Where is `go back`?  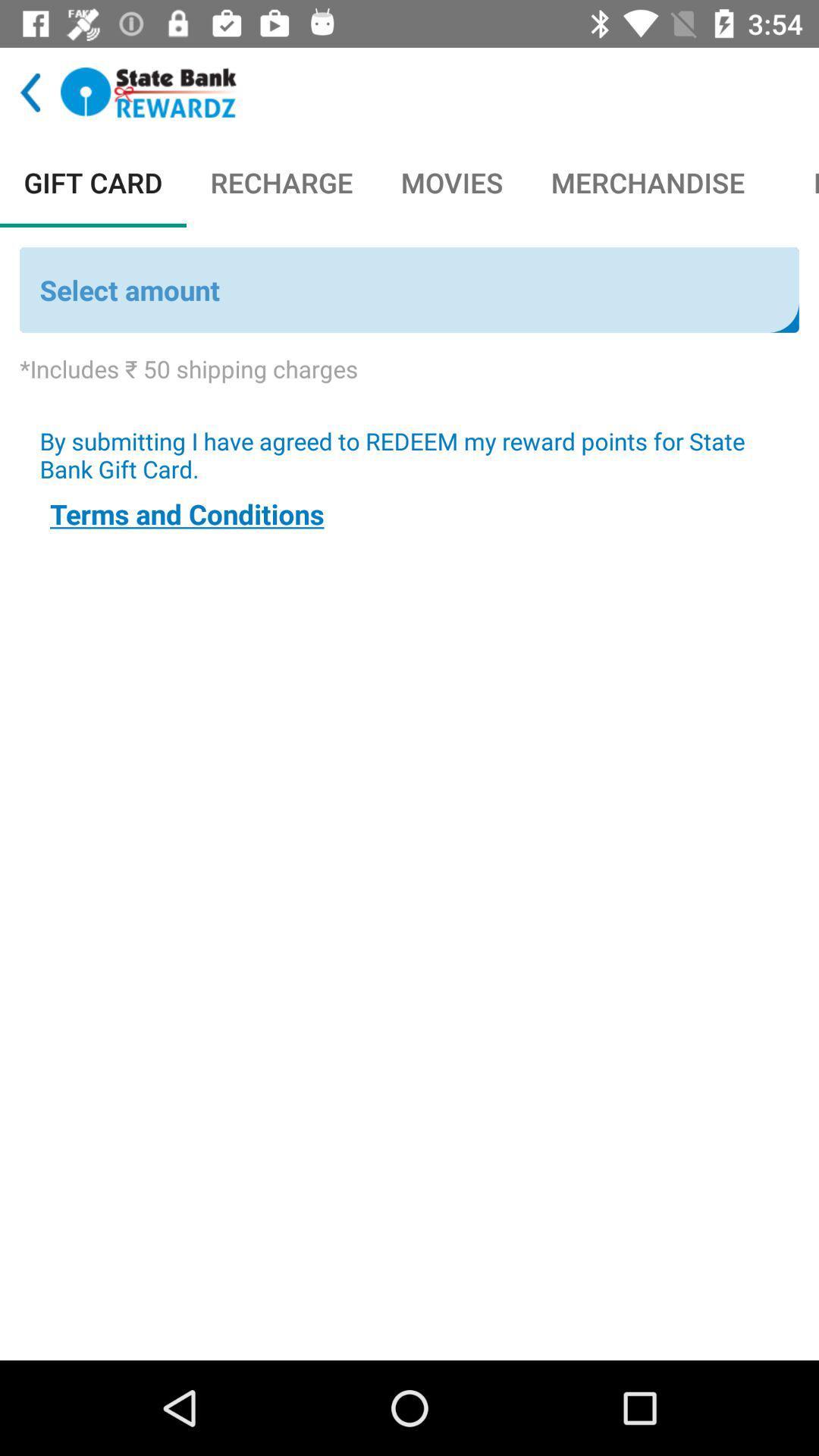
go back is located at coordinates (149, 92).